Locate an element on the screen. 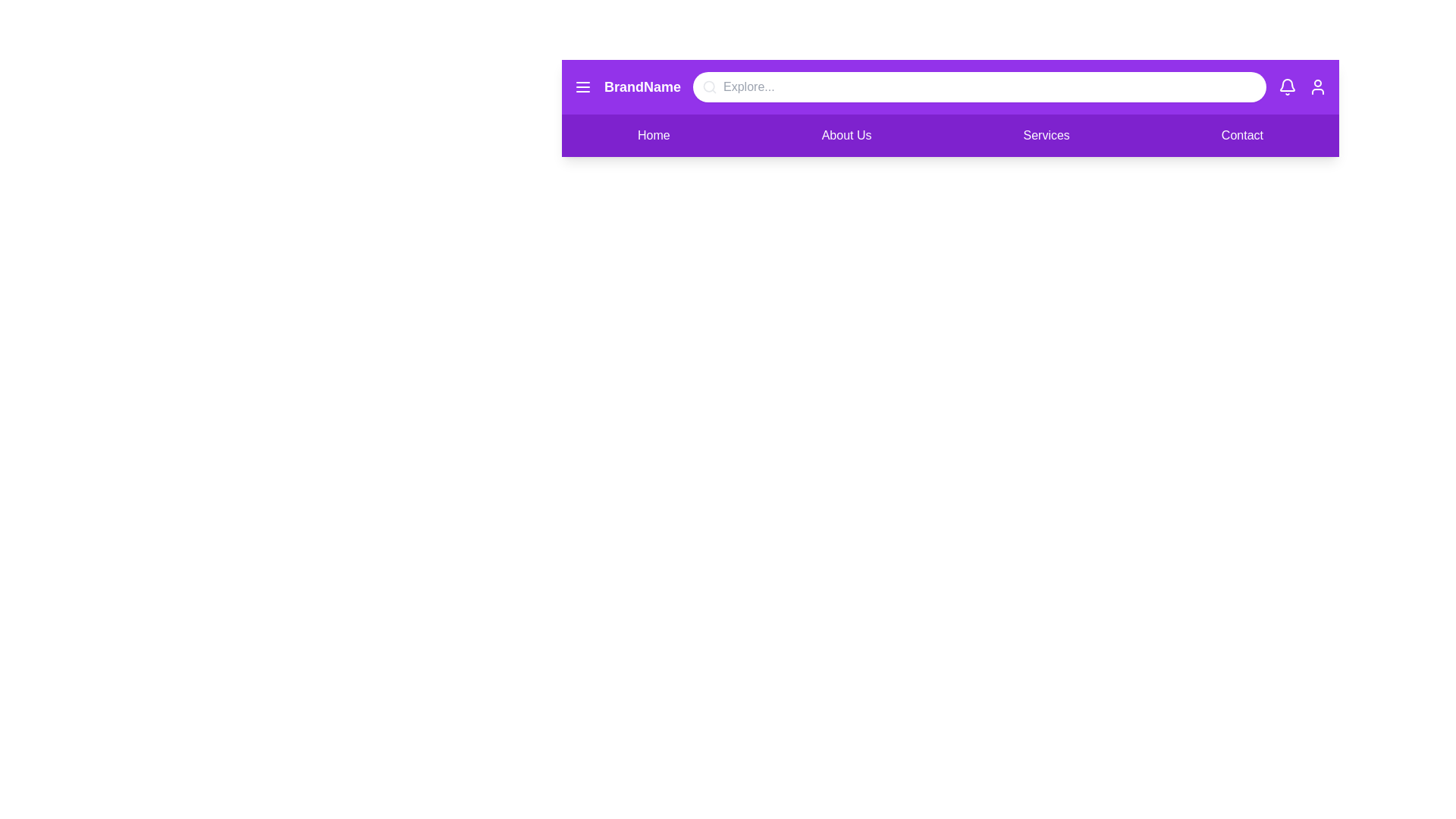  the Home link in the navigation menu is located at coordinates (654, 134).